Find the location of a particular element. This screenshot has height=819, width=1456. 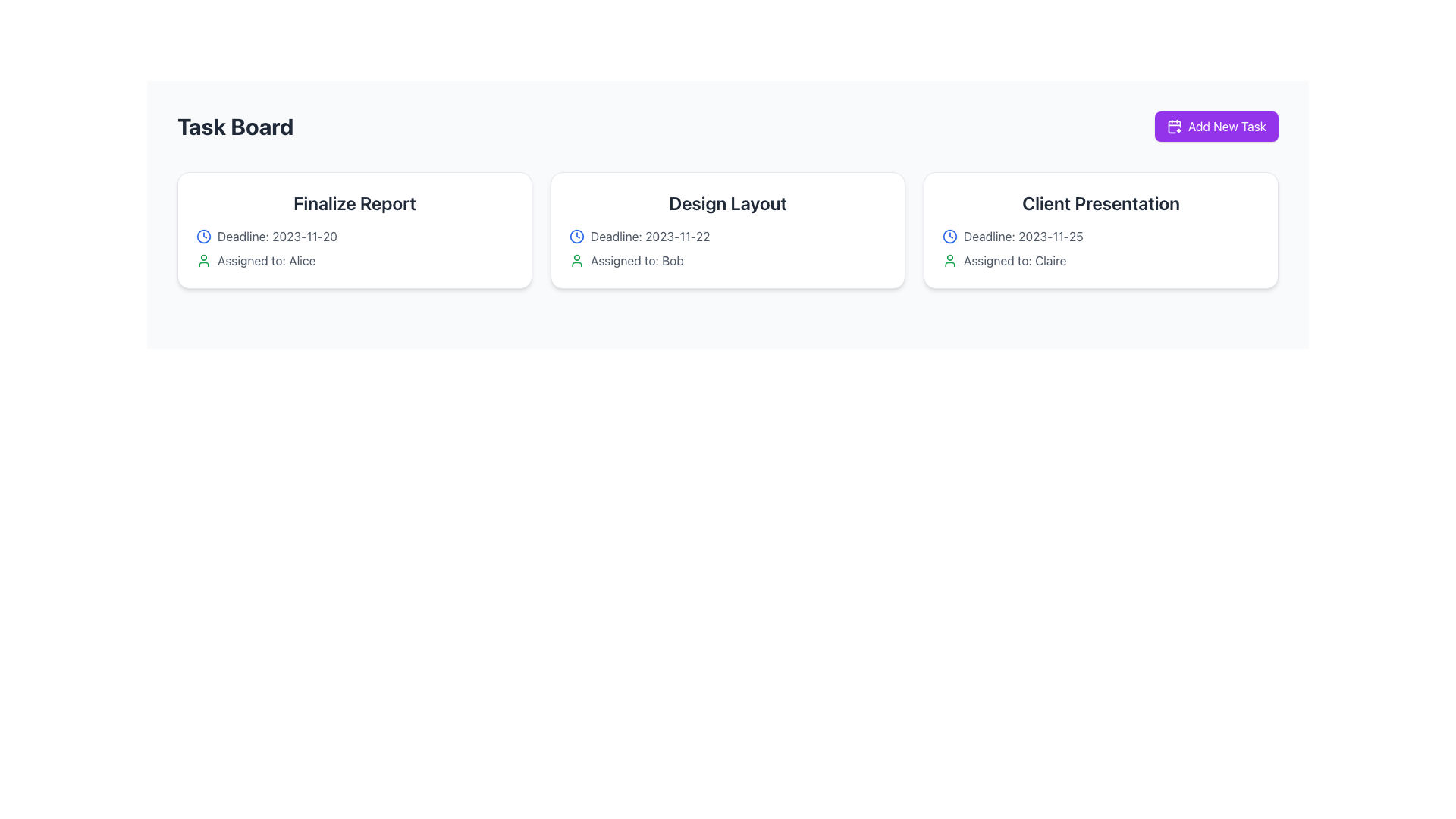

the user profile associated with Claire for the task 'Client Presentation', located below the deadline information in the rightmost column is located at coordinates (1100, 259).